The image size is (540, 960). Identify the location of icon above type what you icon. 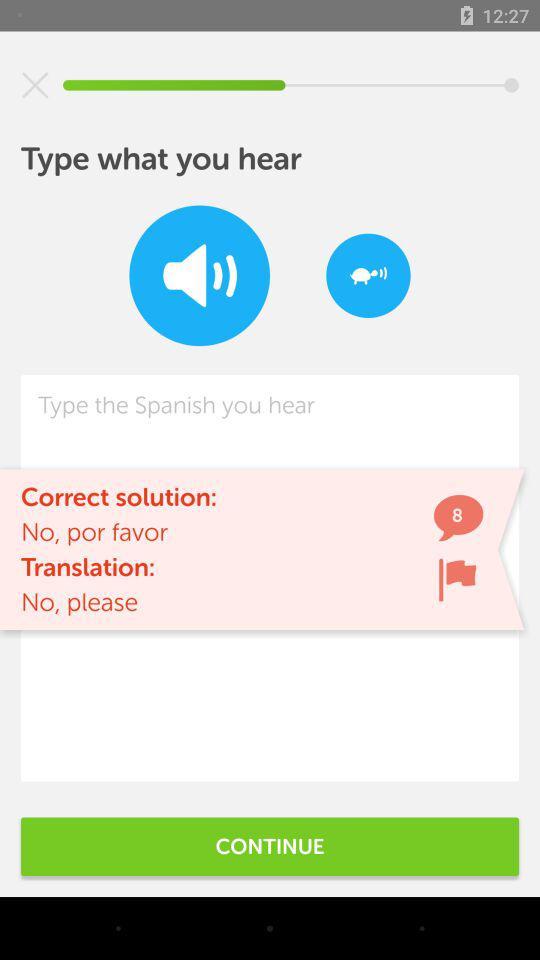
(35, 85).